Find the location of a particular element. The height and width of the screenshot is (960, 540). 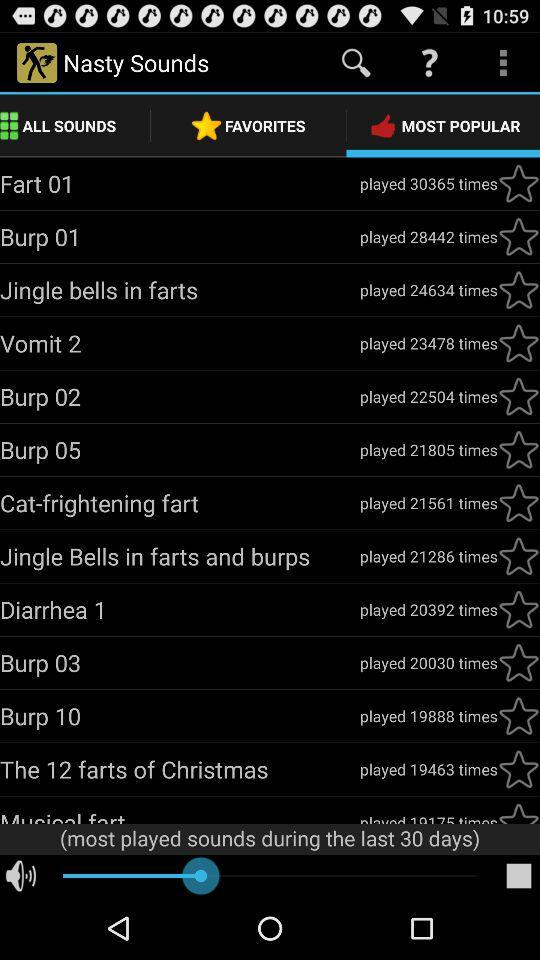

favourite is located at coordinates (518, 502).